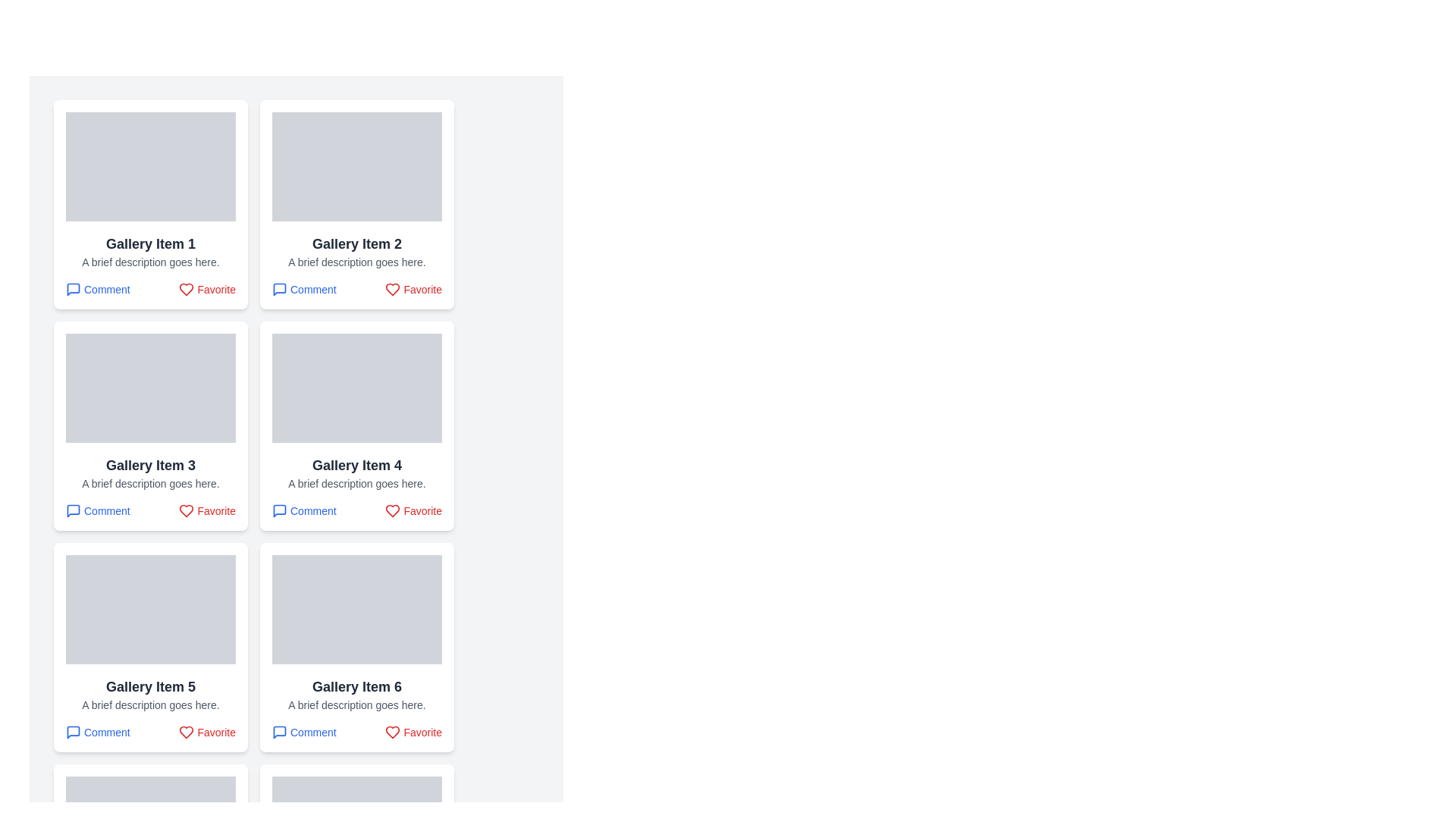 The width and height of the screenshot is (1456, 819). I want to click on the speech bubble icon associated with the comment feature for Gallery Item 1, located to the left of the 'Comment' text label, so click(72, 289).